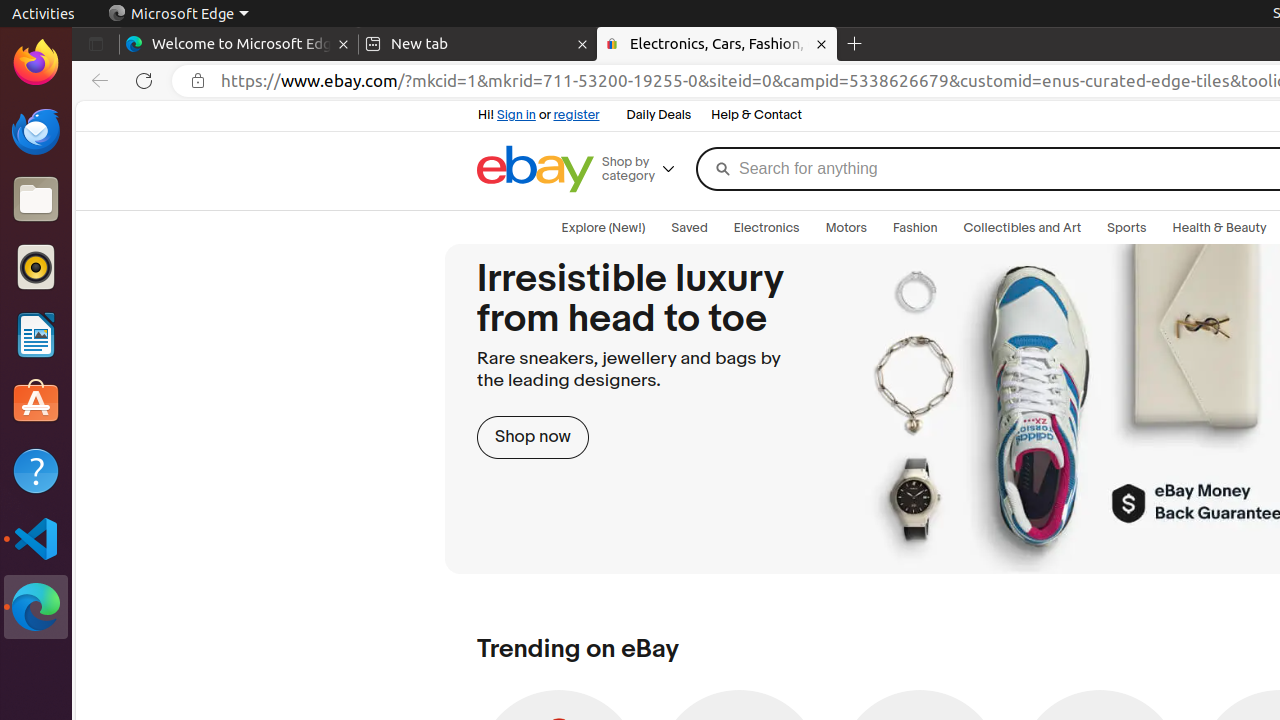  What do you see at coordinates (765, 227) in the screenshot?
I see `'Electronics'` at bounding box center [765, 227].